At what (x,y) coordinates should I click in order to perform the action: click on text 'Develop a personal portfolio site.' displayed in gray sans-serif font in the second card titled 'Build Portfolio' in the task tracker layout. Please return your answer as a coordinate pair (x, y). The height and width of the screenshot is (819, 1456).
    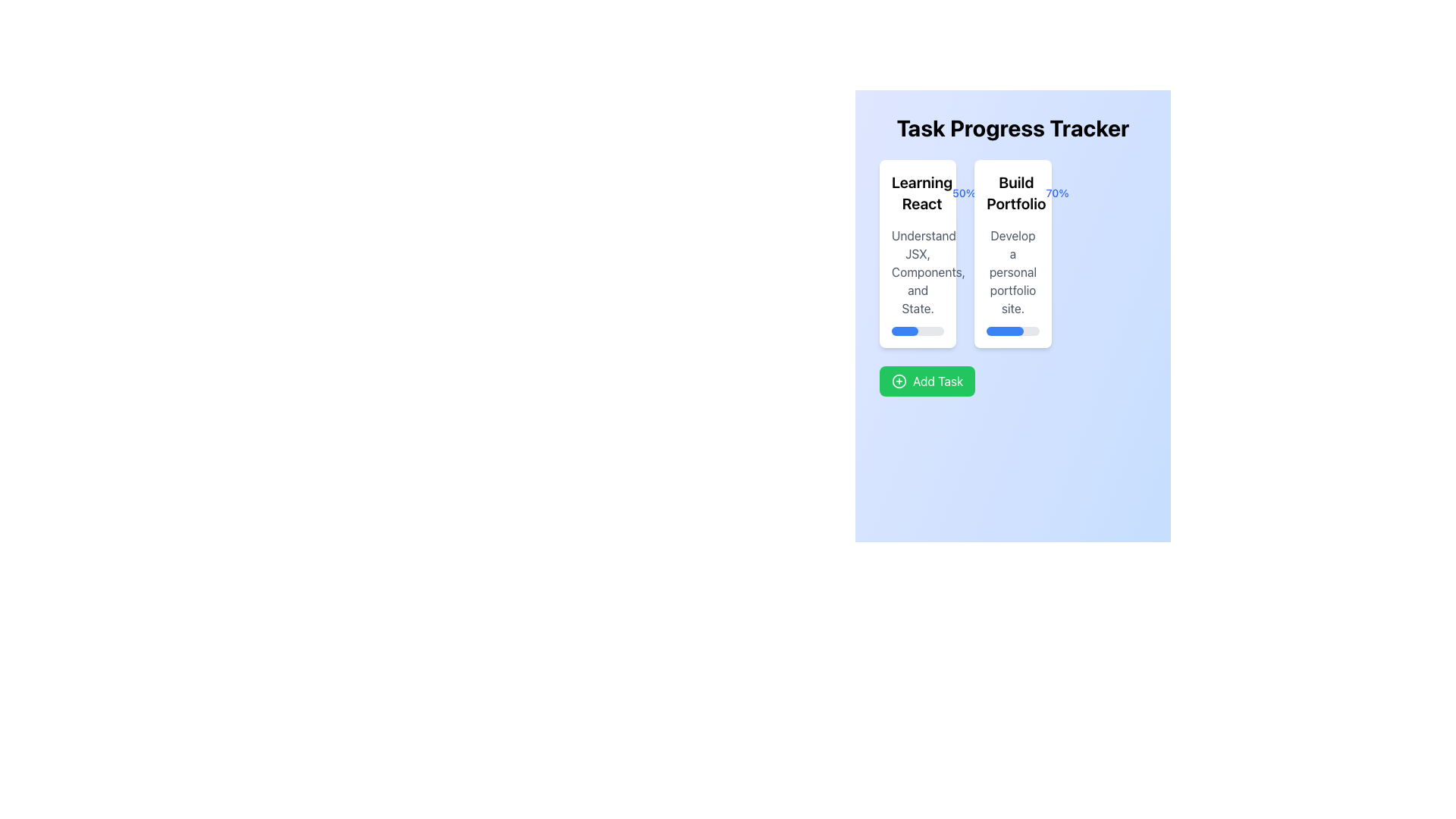
    Looking at the image, I should click on (1012, 271).